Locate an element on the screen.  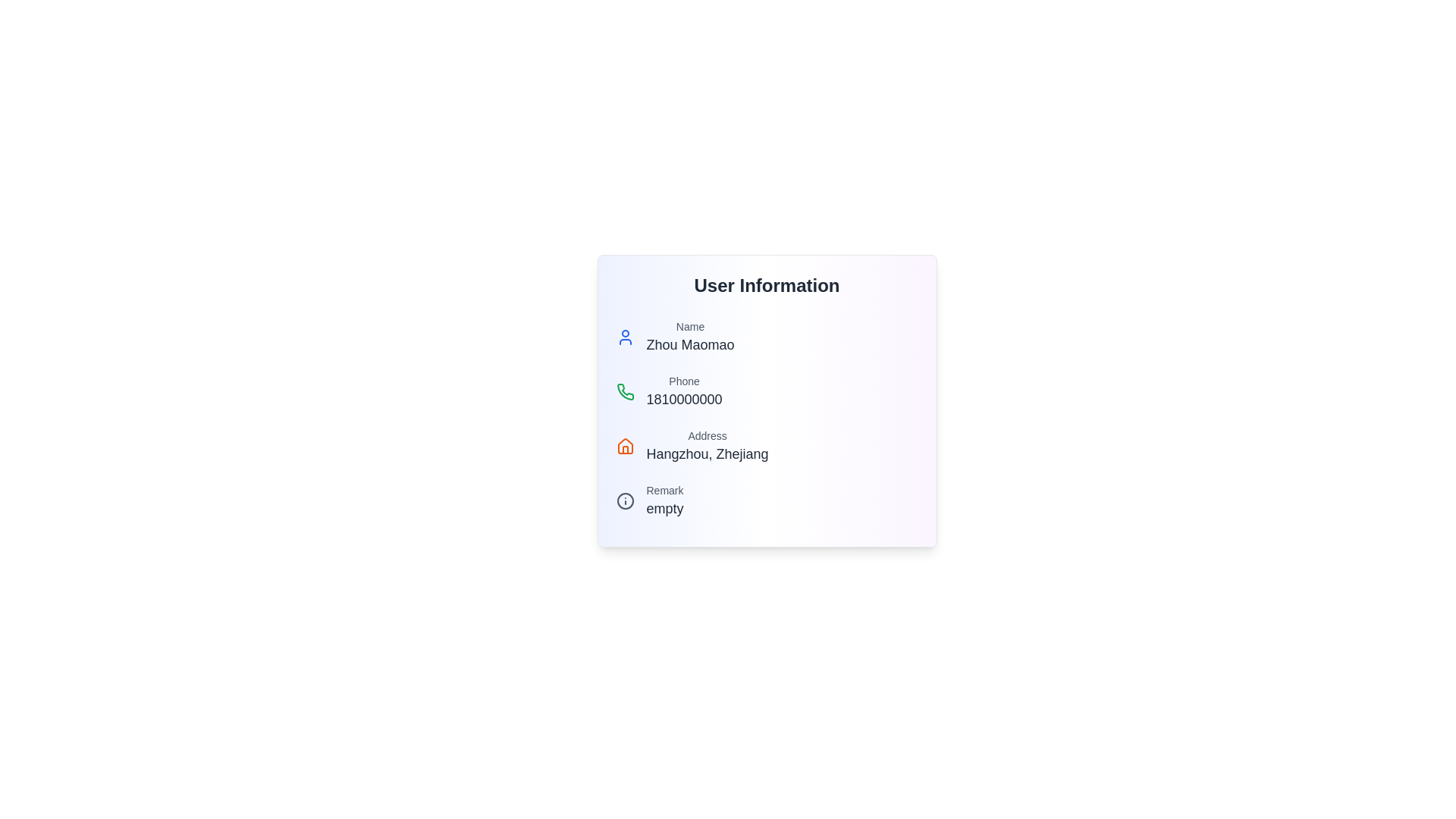
displayed information from the Text Label and Content Pair showing 'Name' and 'Zhou Maomao', located within the 'User Information' card is located at coordinates (689, 336).